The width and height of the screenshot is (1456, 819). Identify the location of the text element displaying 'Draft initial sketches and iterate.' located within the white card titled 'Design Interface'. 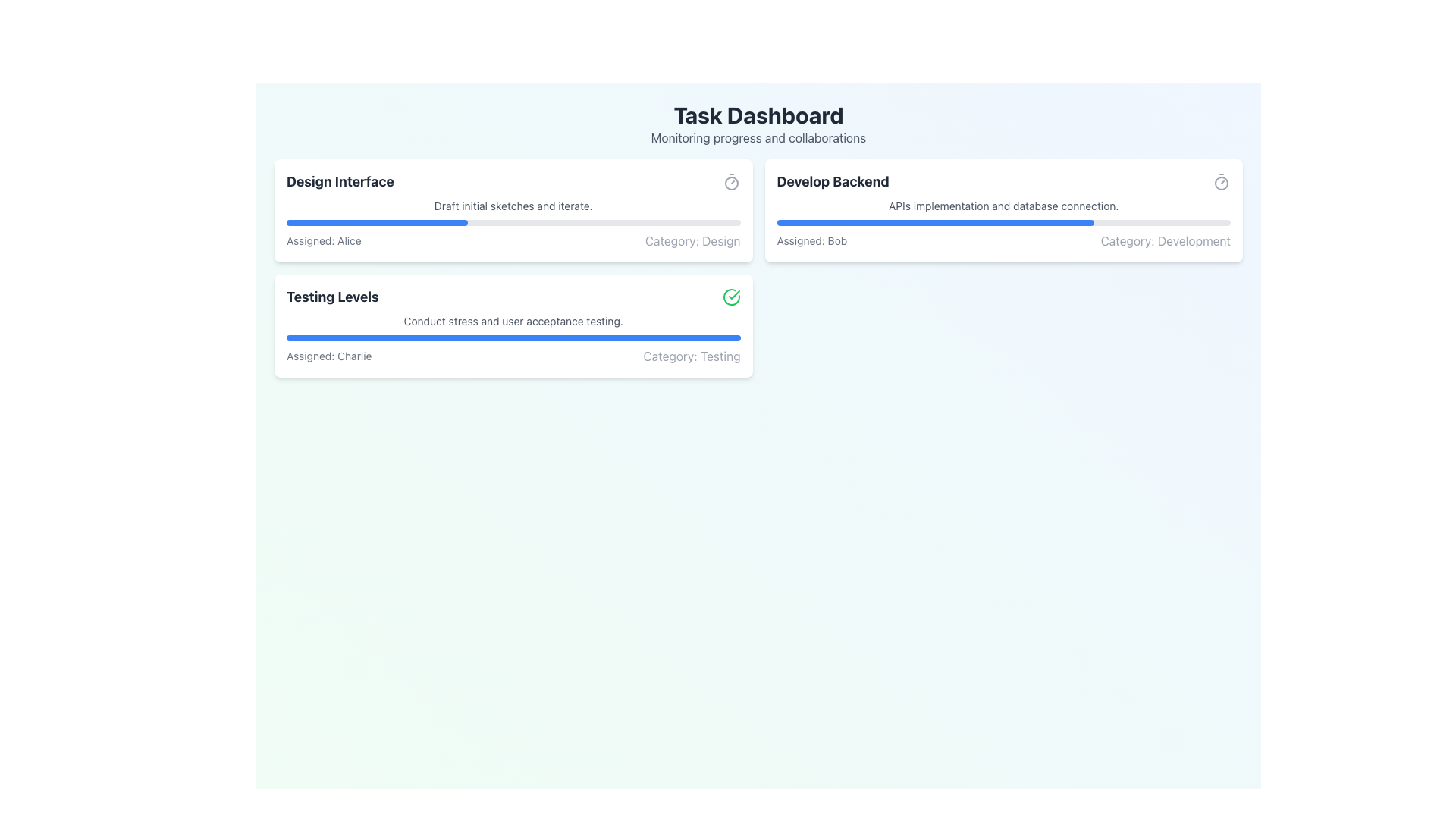
(513, 206).